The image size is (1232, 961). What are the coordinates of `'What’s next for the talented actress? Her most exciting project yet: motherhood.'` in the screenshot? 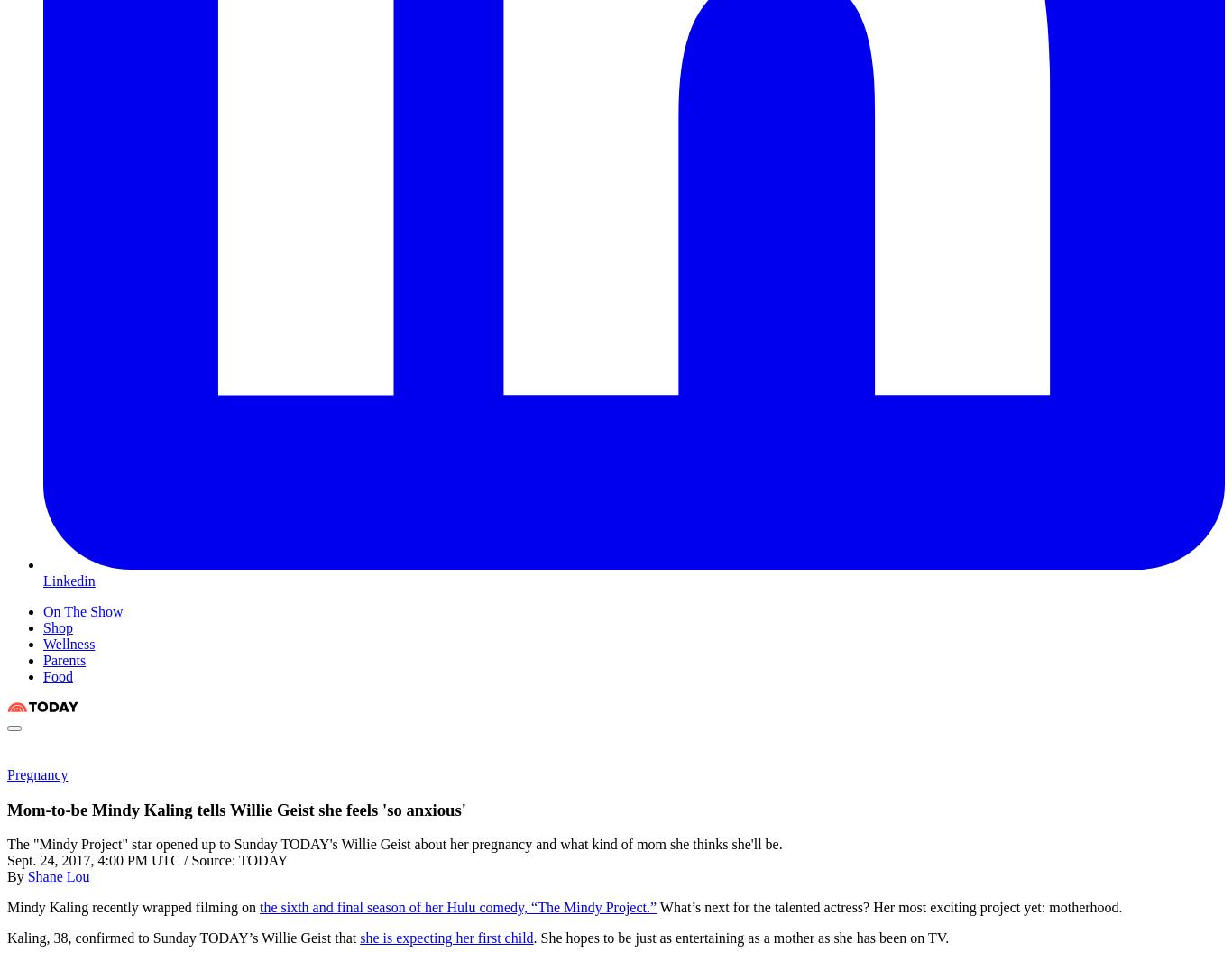 It's located at (888, 907).